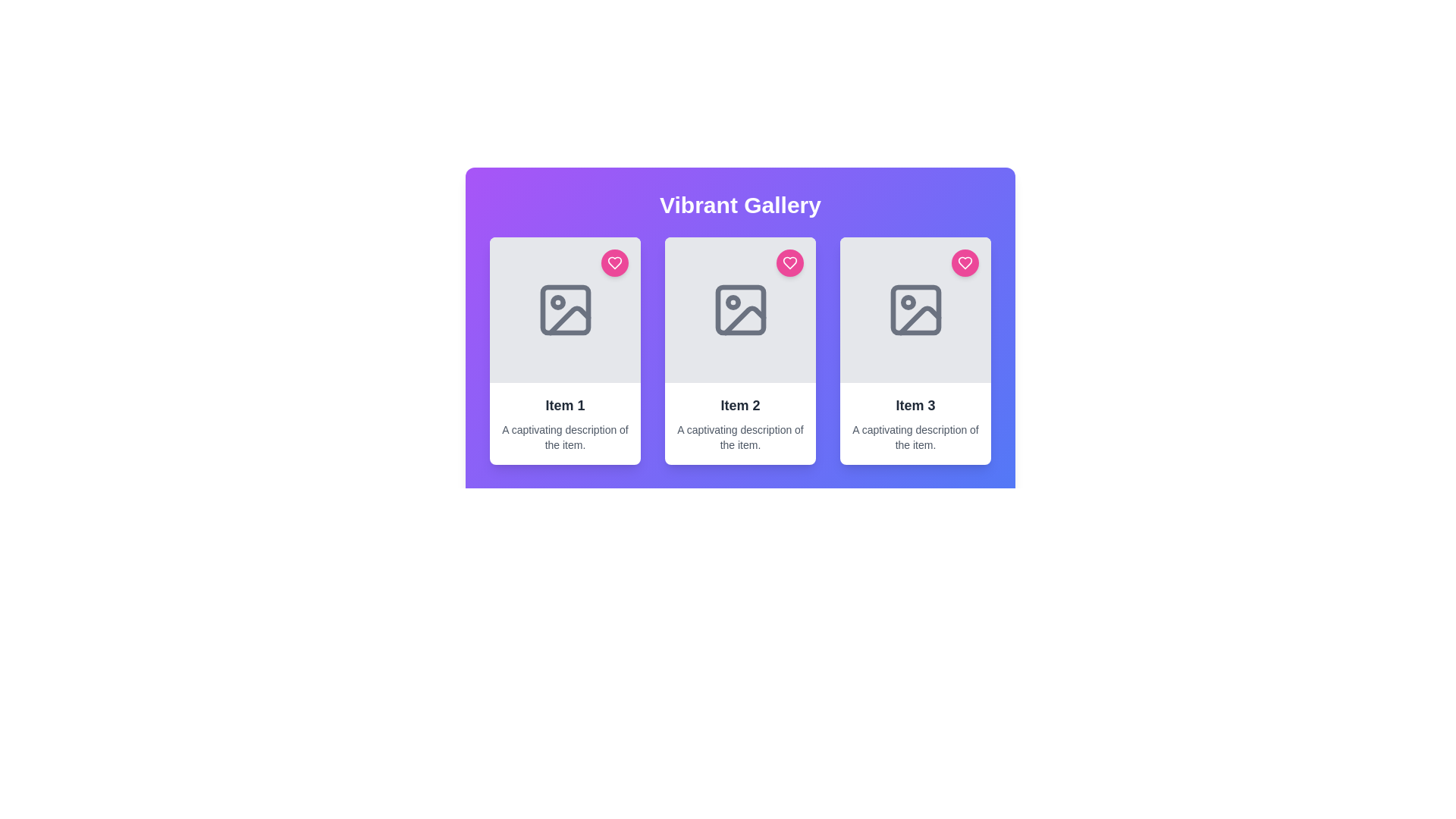 This screenshot has height=819, width=1456. What do you see at coordinates (915, 350) in the screenshot?
I see `the third column card in the 'Vibrant Gallery' grid layout, which displays an item with a title, description, and placeholder image` at bounding box center [915, 350].